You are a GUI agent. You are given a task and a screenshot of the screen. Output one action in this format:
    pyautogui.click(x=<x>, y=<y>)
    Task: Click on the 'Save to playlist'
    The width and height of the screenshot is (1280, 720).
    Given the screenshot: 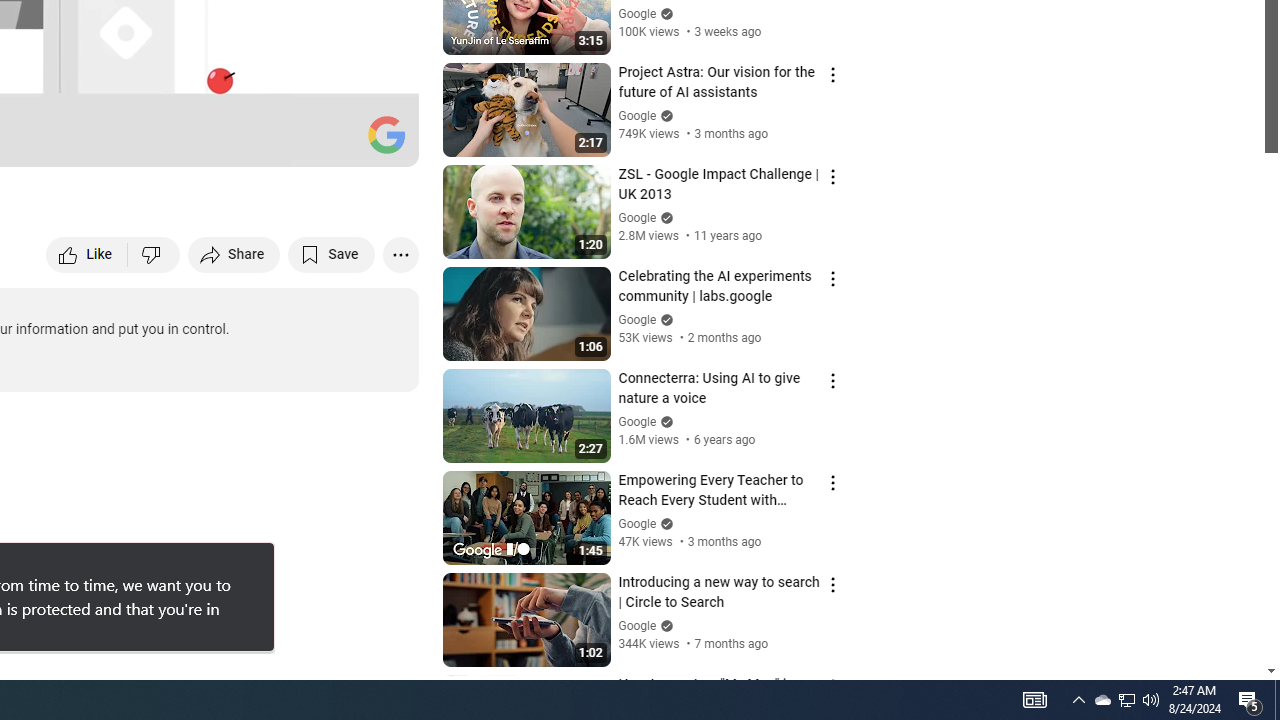 What is the action you would take?
    pyautogui.click(x=331, y=253)
    